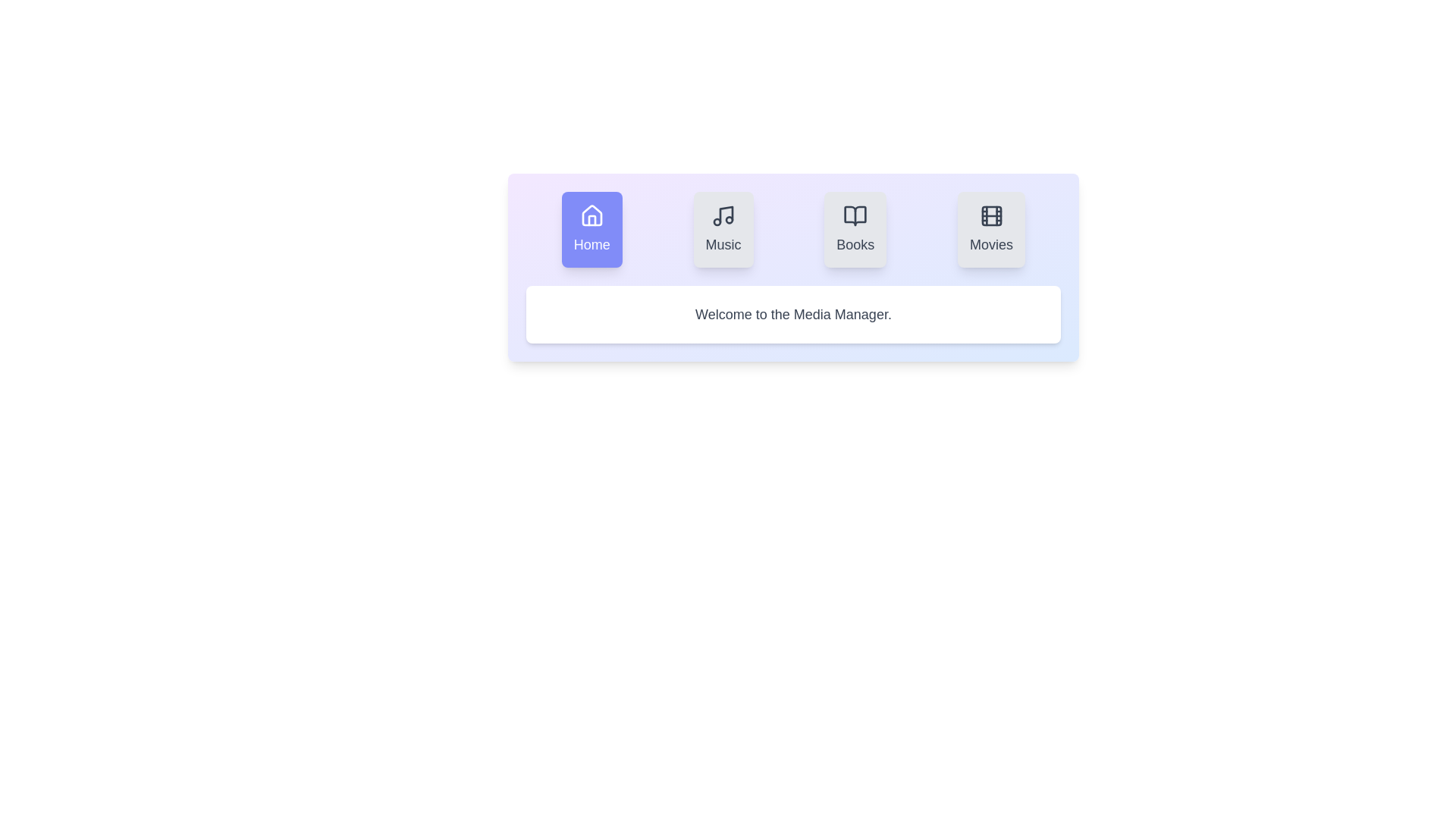  What do you see at coordinates (723, 230) in the screenshot?
I see `the Music tab to observe its hover effect` at bounding box center [723, 230].